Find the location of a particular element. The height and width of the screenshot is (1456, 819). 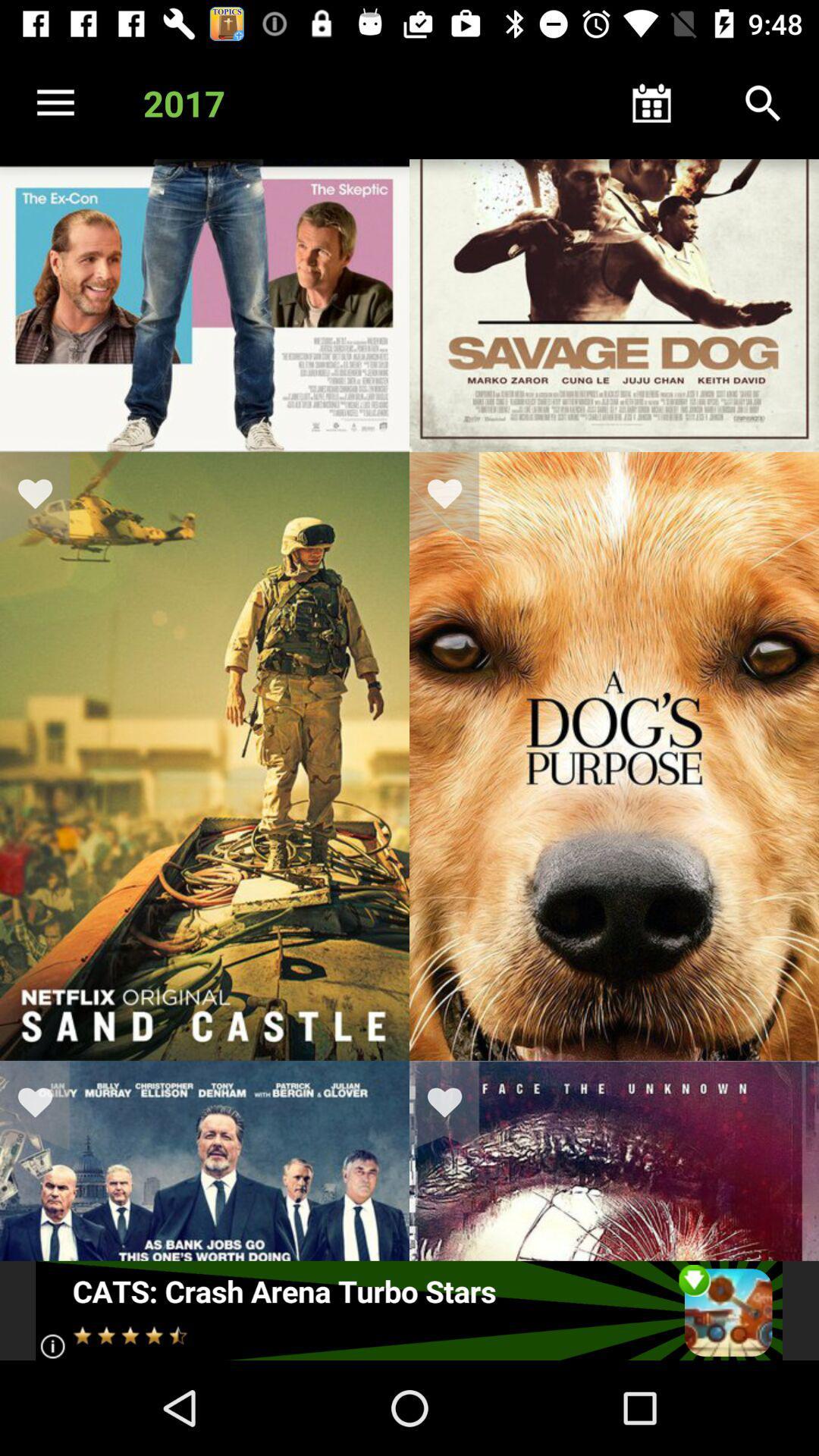

advertisement is located at coordinates (408, 1310).